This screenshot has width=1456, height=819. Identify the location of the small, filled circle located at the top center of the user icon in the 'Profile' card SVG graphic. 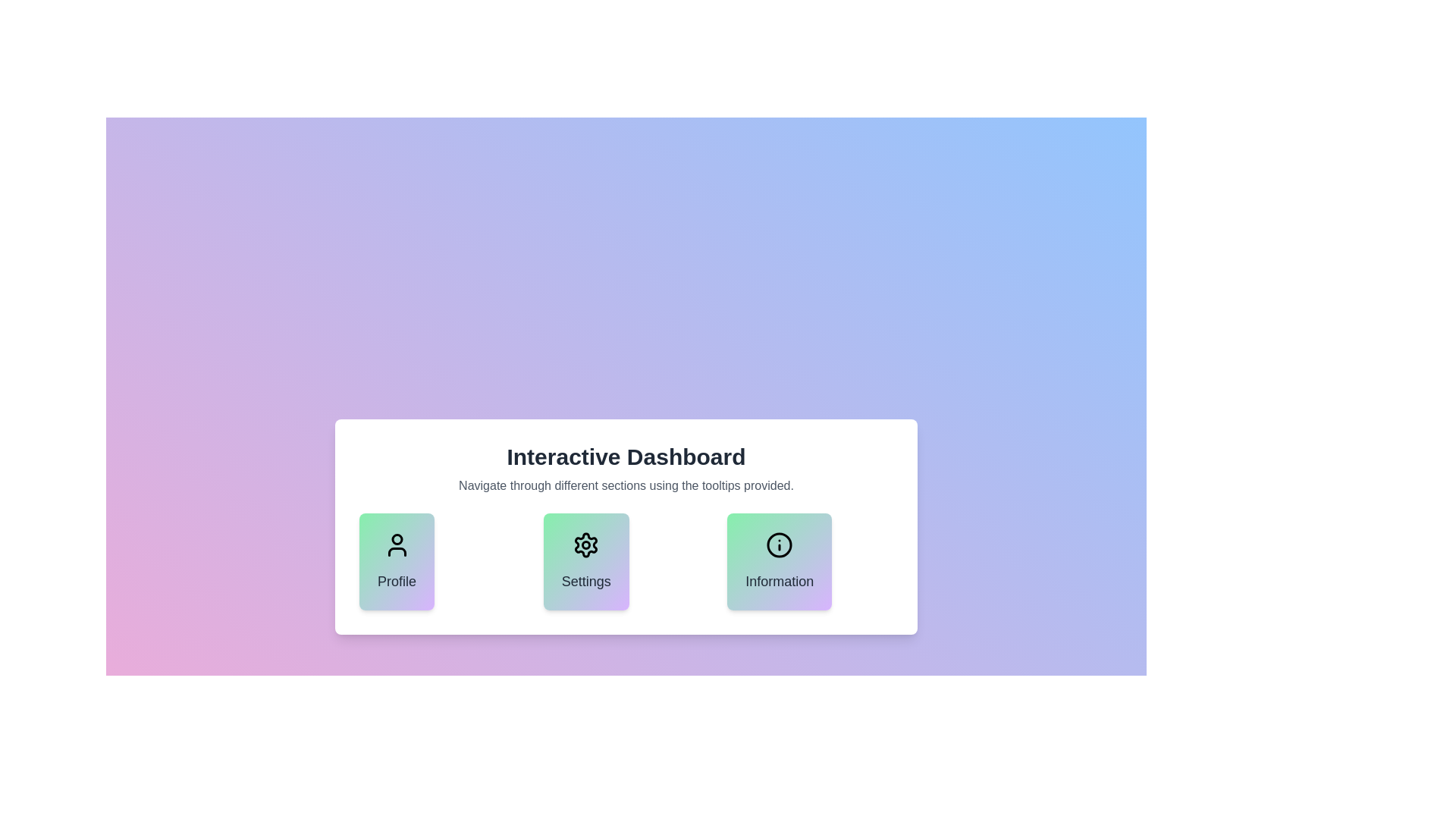
(397, 538).